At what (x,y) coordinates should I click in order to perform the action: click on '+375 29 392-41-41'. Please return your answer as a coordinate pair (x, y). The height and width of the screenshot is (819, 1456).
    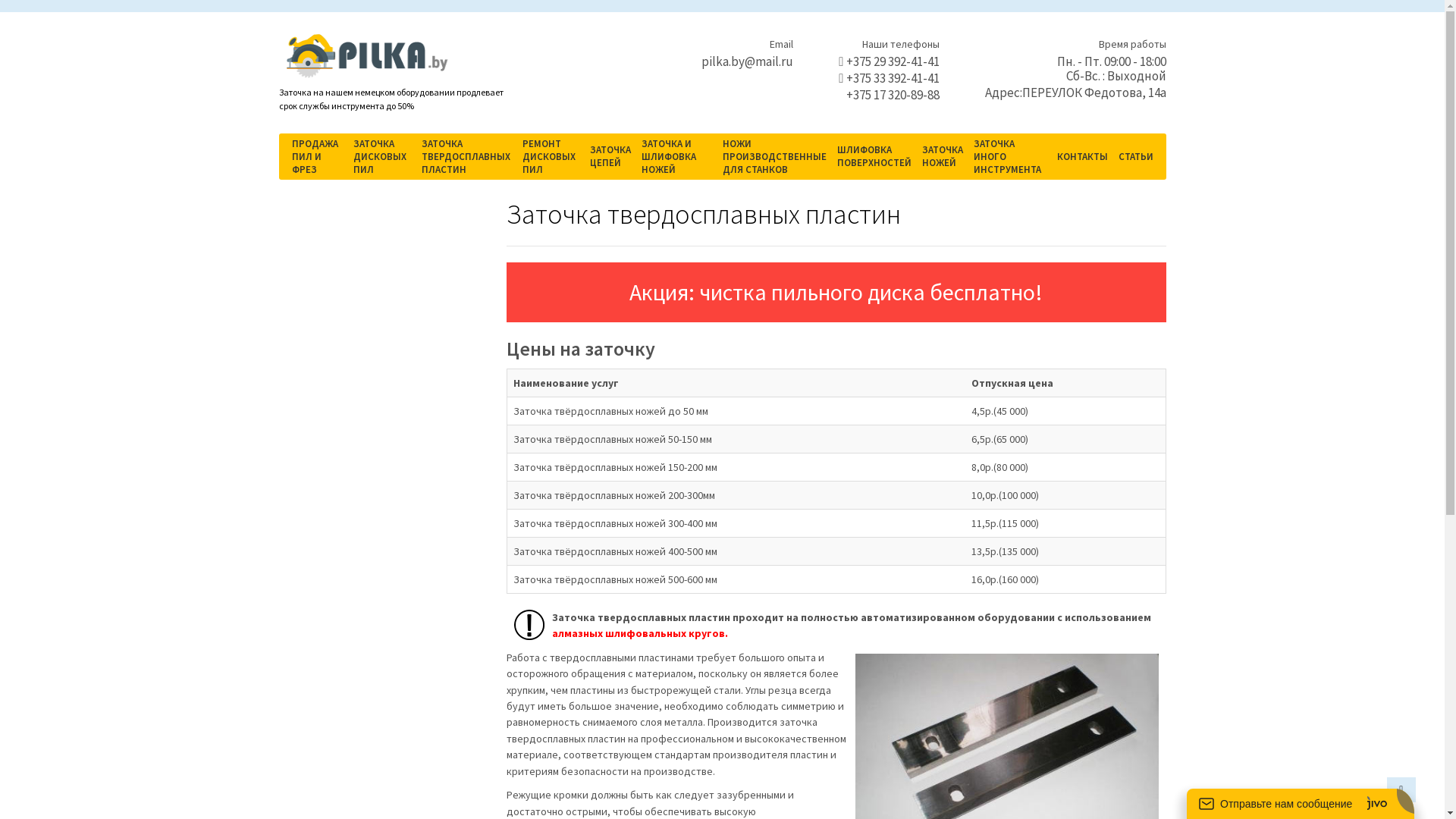
    Looking at the image, I should click on (888, 61).